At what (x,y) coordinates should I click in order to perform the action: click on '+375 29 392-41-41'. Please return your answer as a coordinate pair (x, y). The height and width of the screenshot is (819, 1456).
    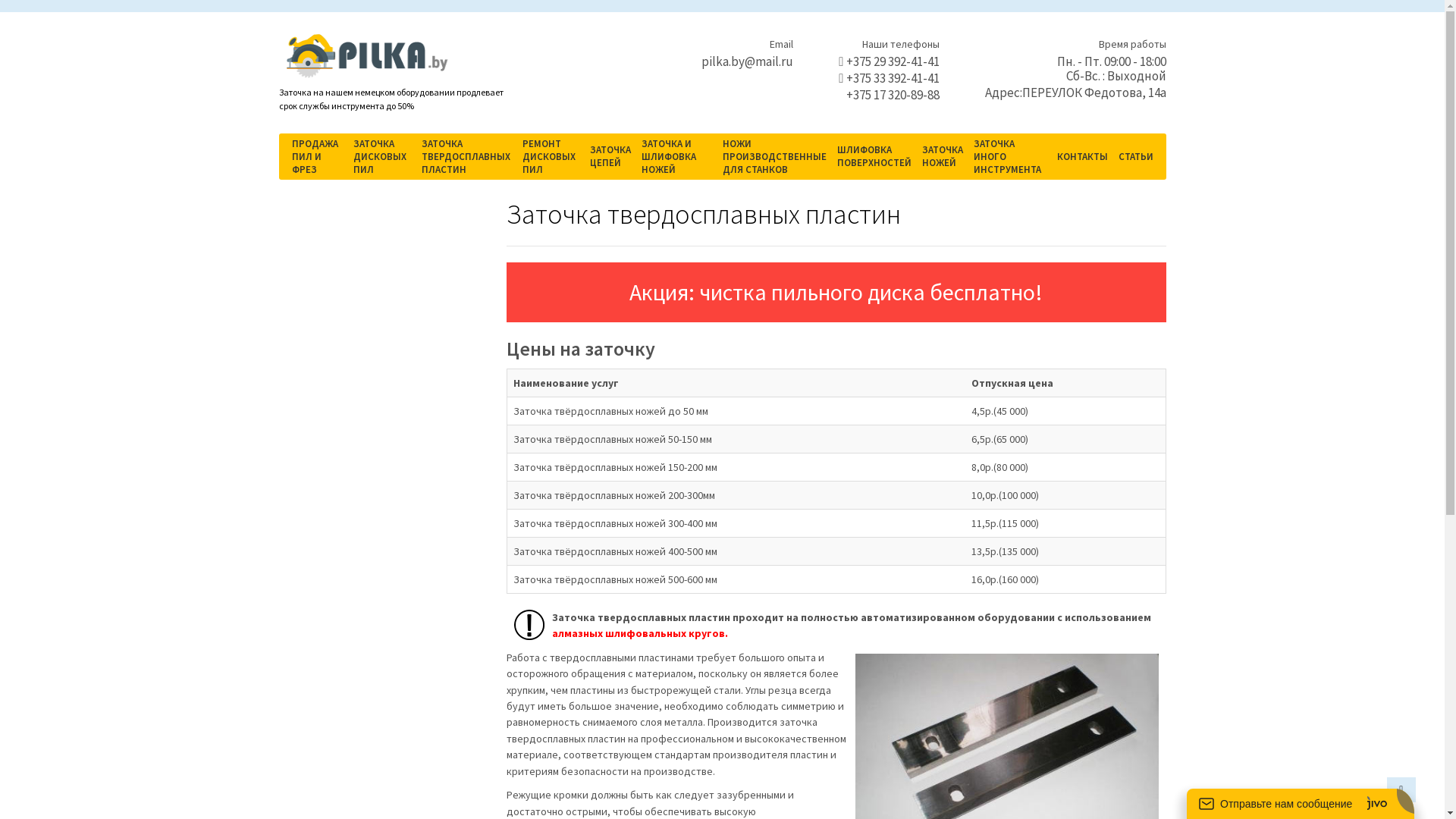
    Looking at the image, I should click on (888, 61).